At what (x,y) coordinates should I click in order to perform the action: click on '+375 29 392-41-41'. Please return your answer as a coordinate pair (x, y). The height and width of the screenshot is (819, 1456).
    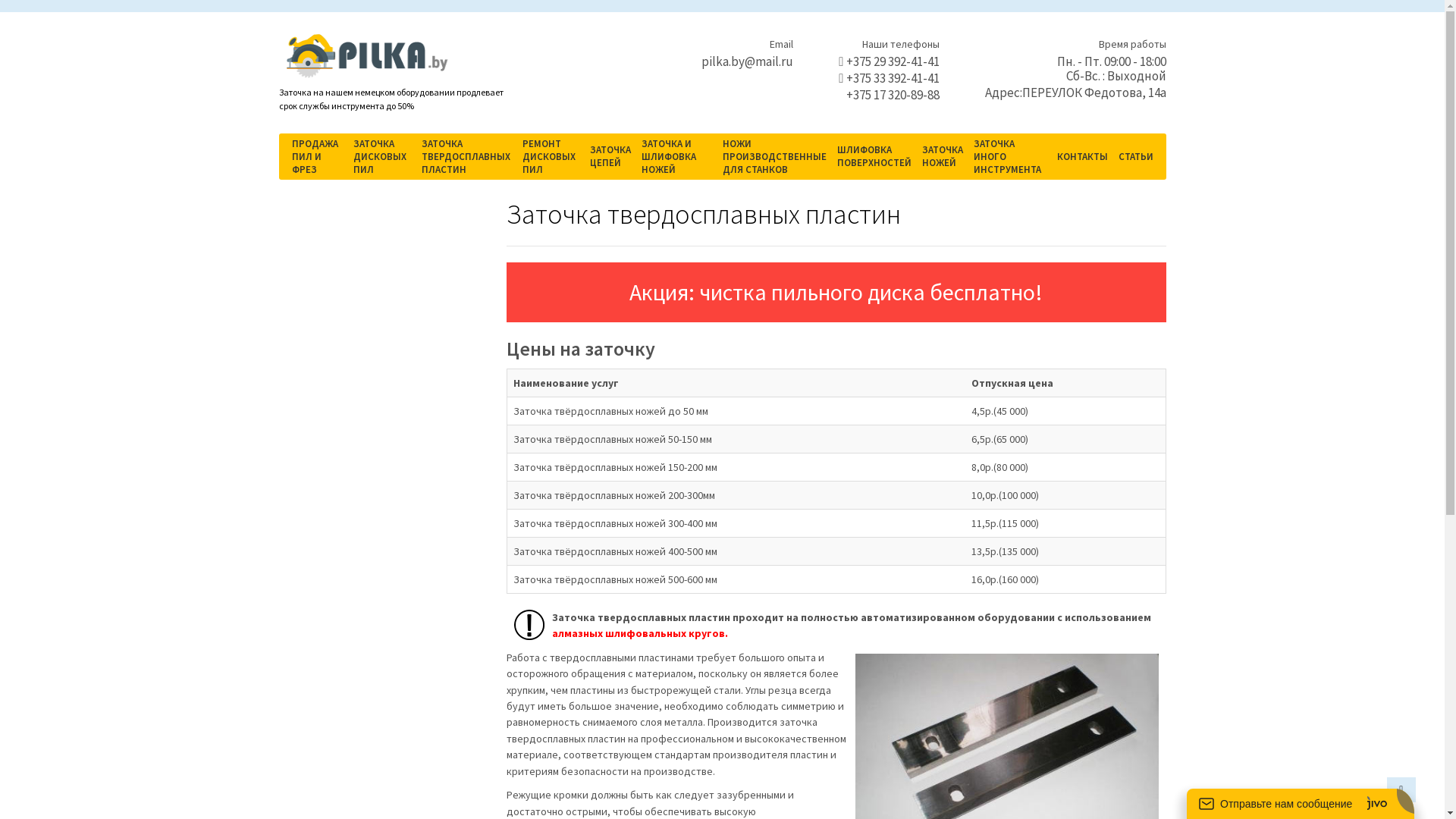
    Looking at the image, I should click on (888, 61).